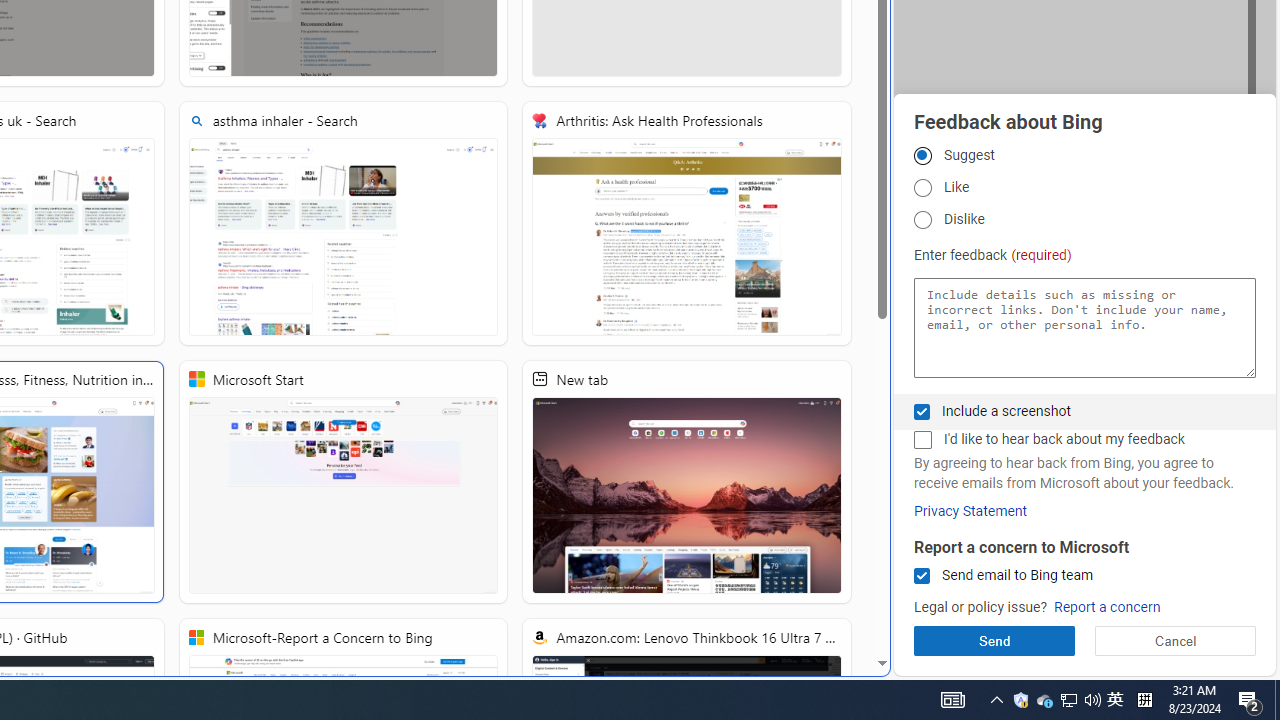  Describe the element at coordinates (921, 154) in the screenshot. I see `'Suggest'` at that location.